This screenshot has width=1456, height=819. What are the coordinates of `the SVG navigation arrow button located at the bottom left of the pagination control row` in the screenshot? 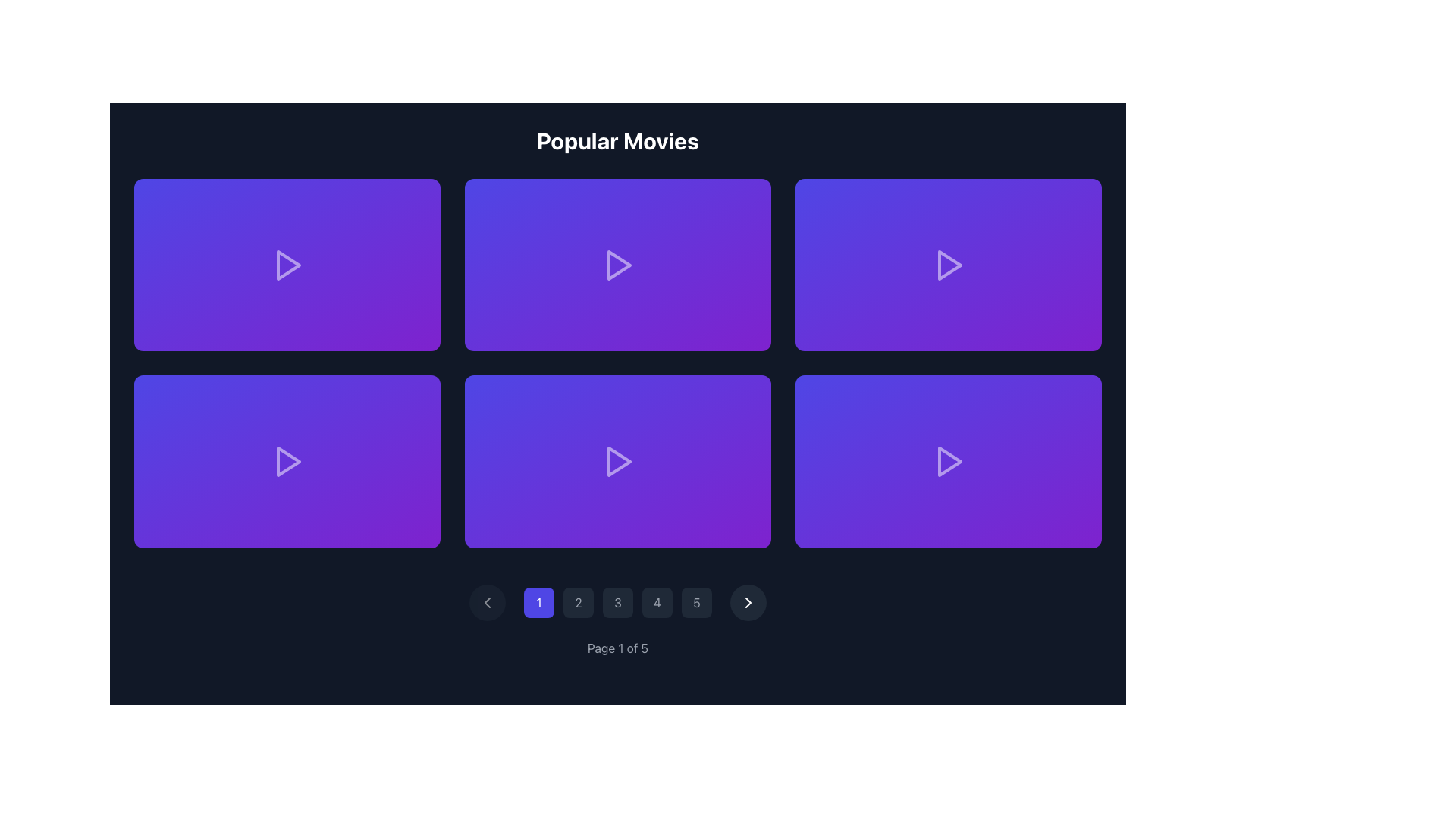 It's located at (488, 601).